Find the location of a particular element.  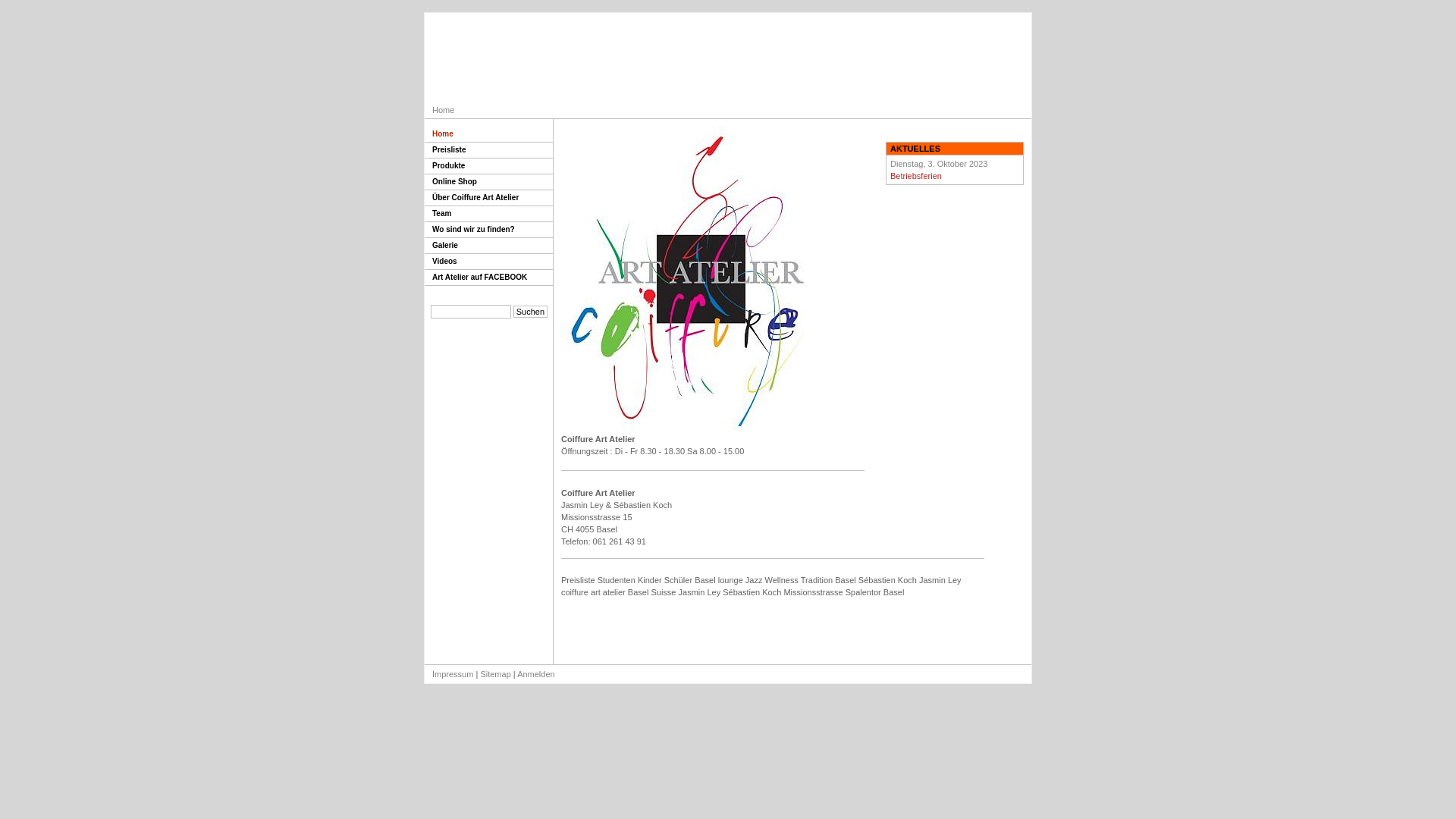

'Wo sind wir zu finden?' is located at coordinates (488, 230).